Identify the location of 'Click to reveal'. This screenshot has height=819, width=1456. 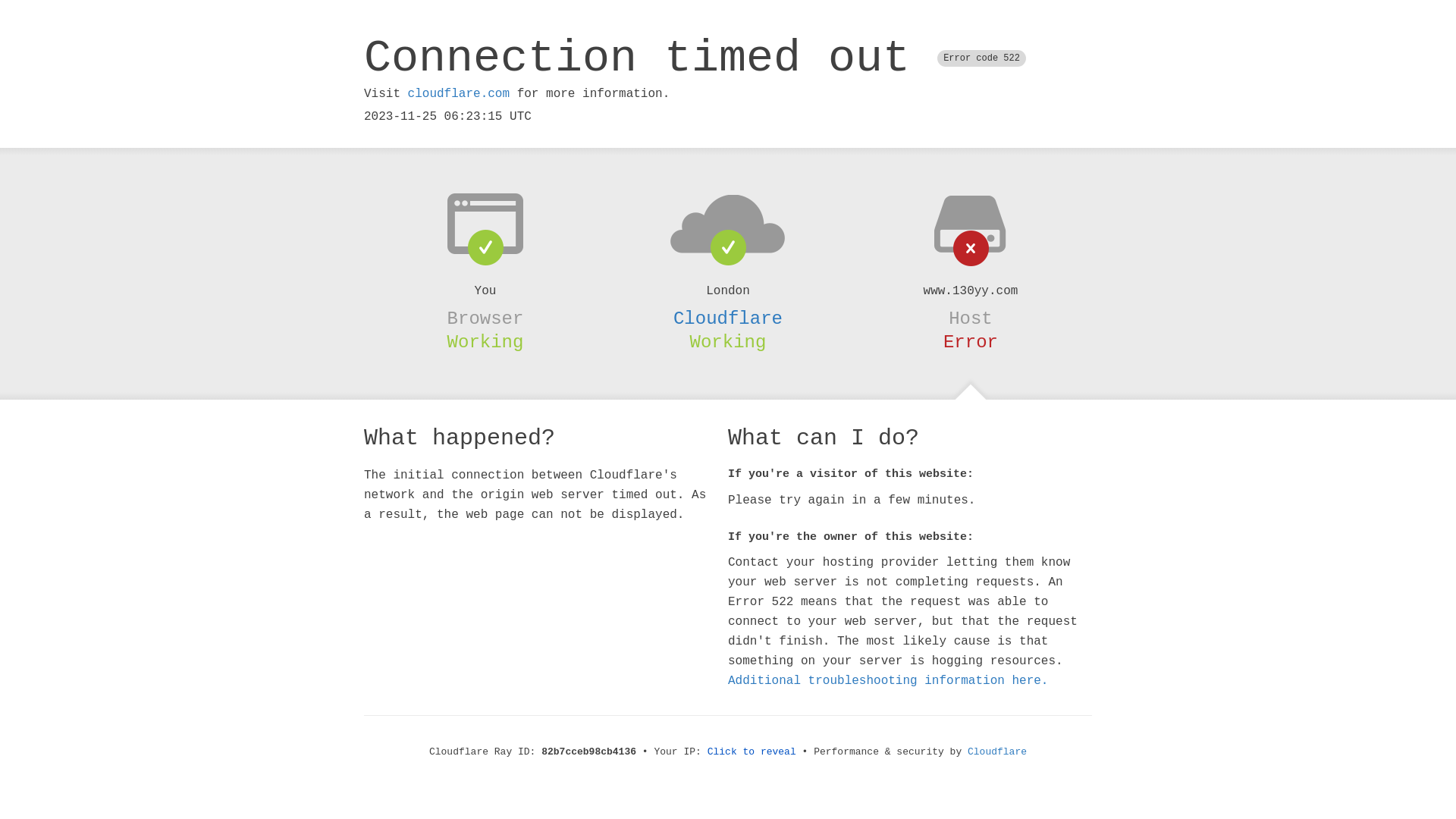
(752, 752).